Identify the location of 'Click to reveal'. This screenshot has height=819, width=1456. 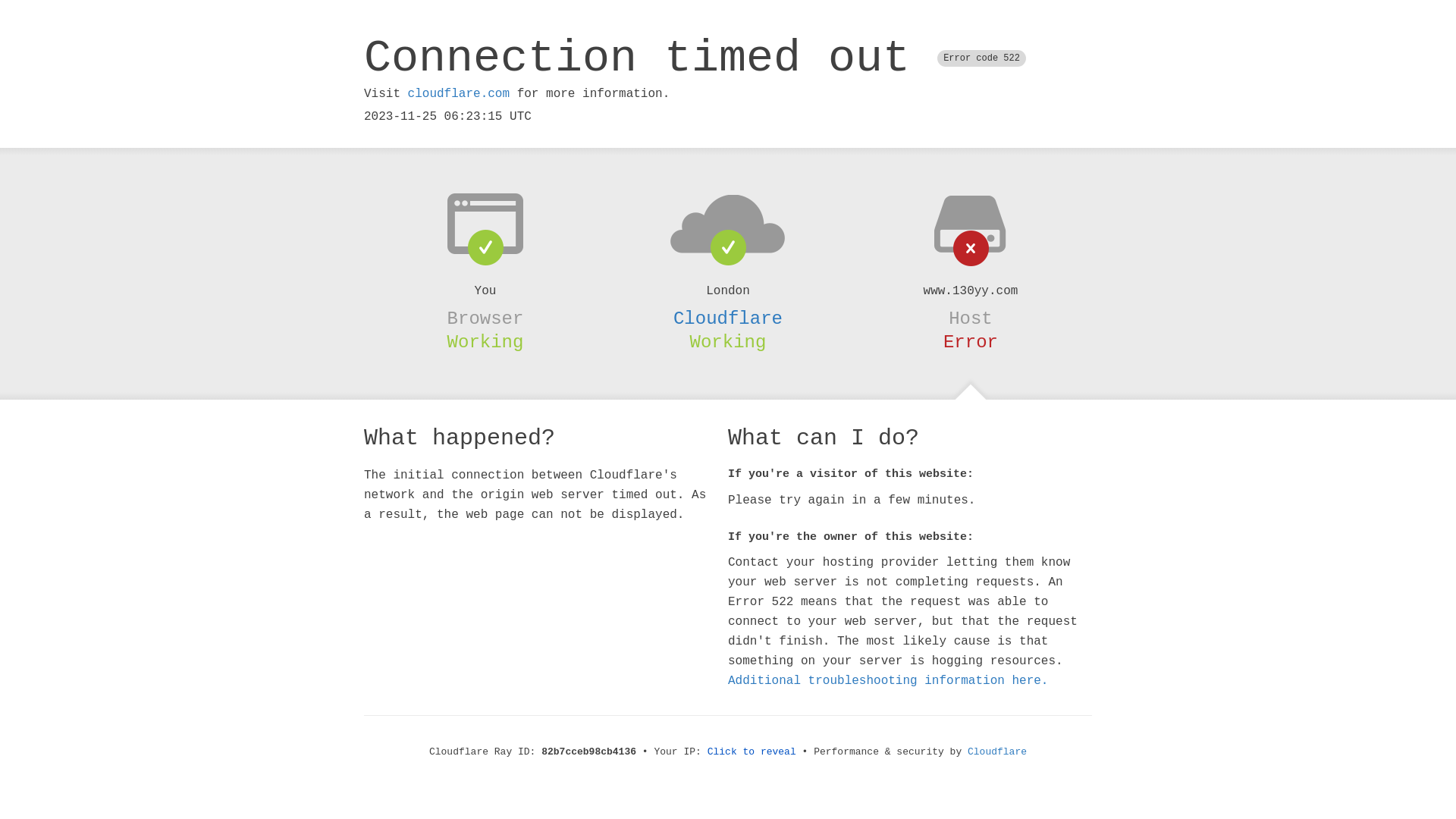
(752, 752).